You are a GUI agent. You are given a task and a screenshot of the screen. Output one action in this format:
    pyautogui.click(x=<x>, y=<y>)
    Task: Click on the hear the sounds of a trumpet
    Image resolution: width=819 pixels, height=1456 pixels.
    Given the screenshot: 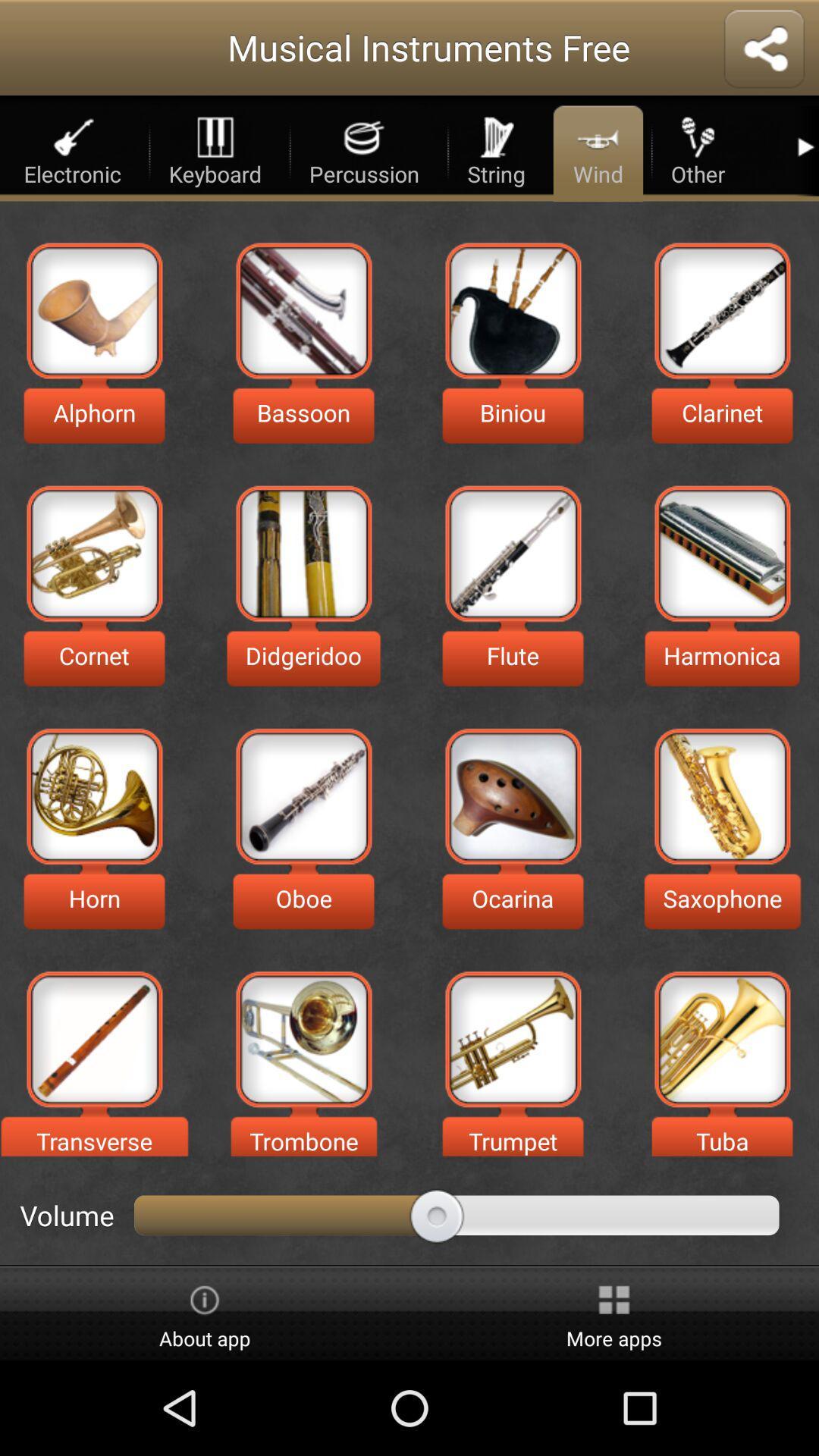 What is the action you would take?
    pyautogui.click(x=512, y=1038)
    